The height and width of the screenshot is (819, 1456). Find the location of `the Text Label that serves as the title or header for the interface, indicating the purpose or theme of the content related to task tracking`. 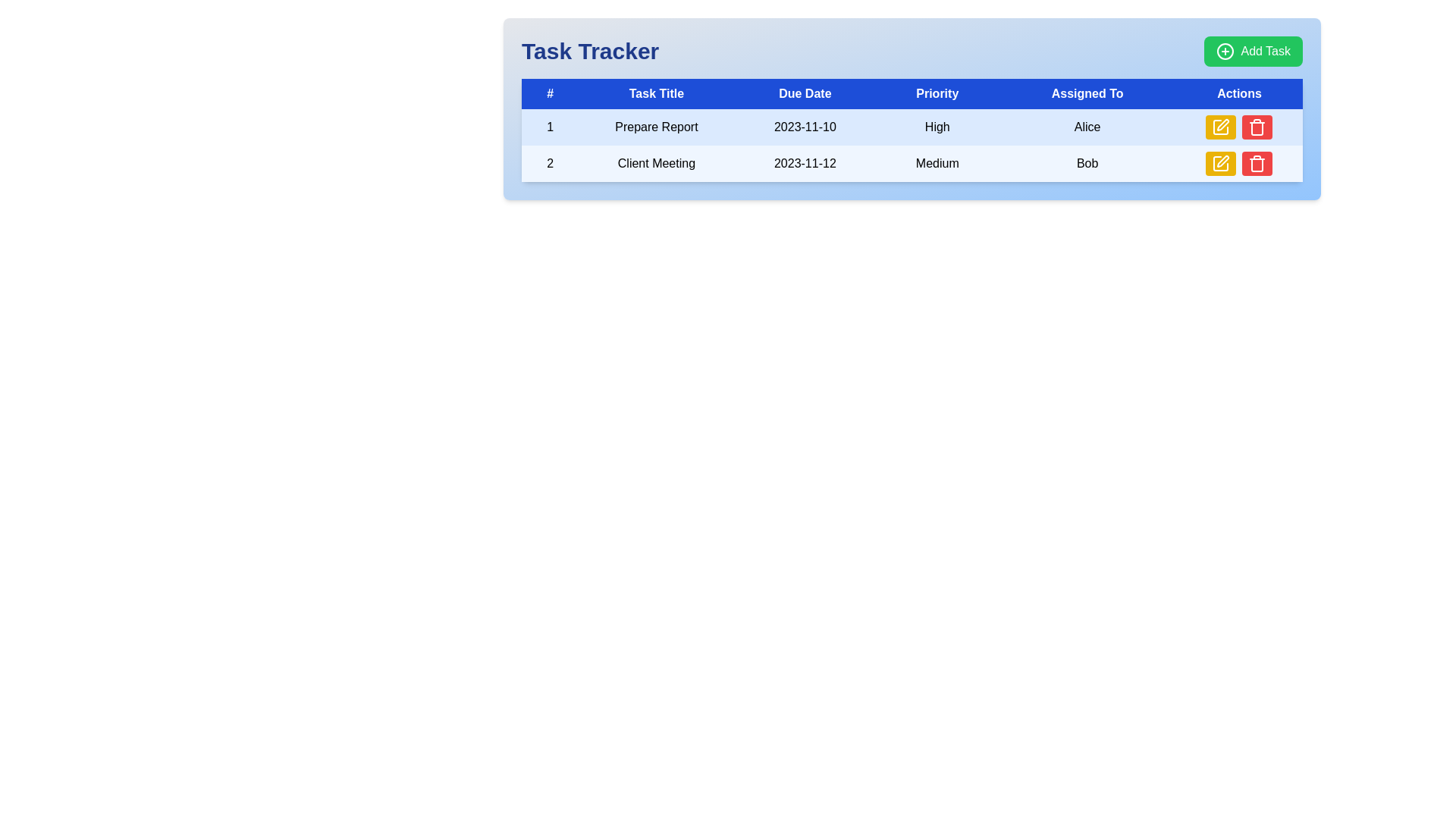

the Text Label that serves as the title or header for the interface, indicating the purpose or theme of the content related to task tracking is located at coordinates (589, 51).